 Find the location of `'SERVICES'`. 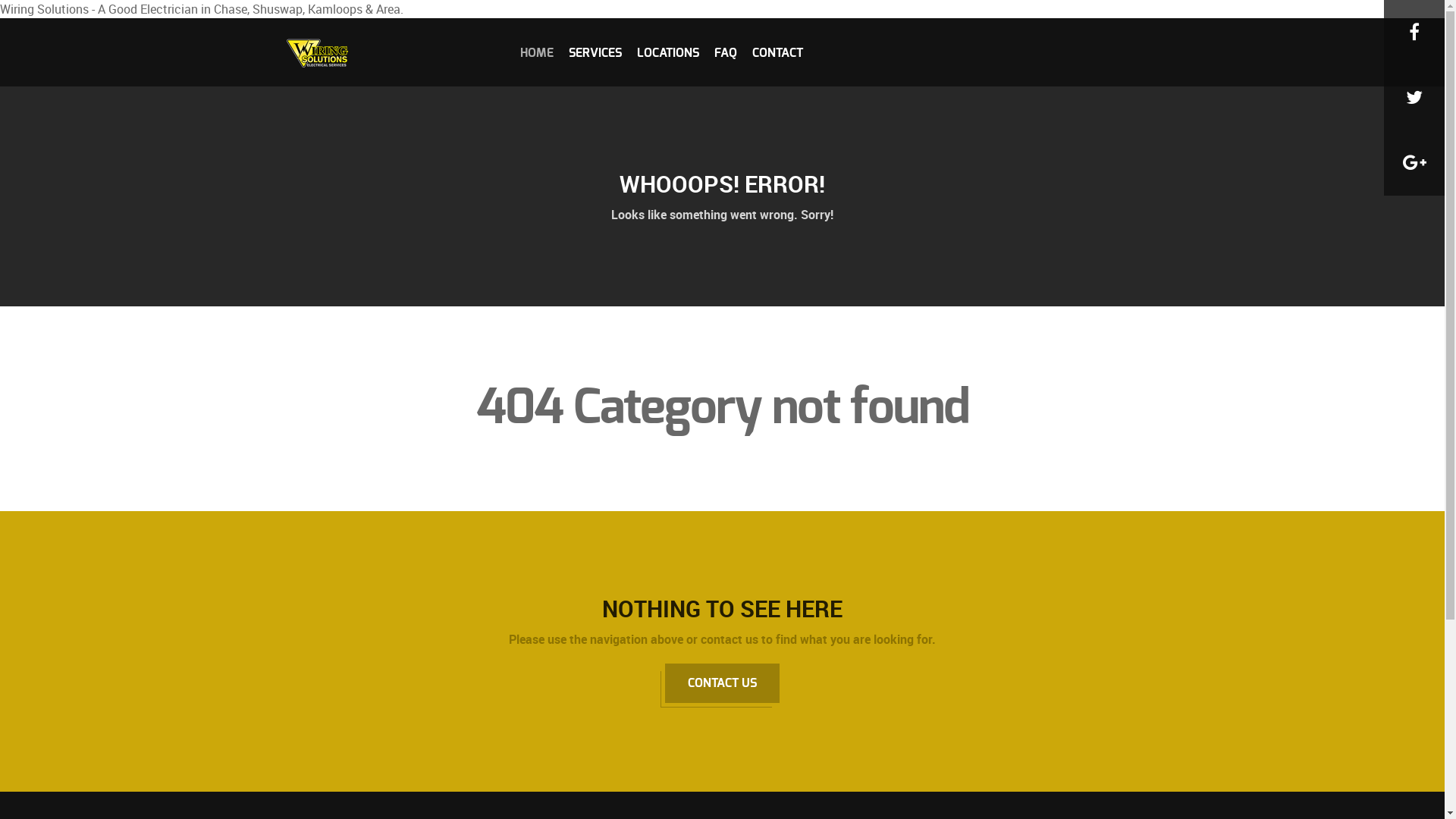

'SERVICES' is located at coordinates (595, 52).